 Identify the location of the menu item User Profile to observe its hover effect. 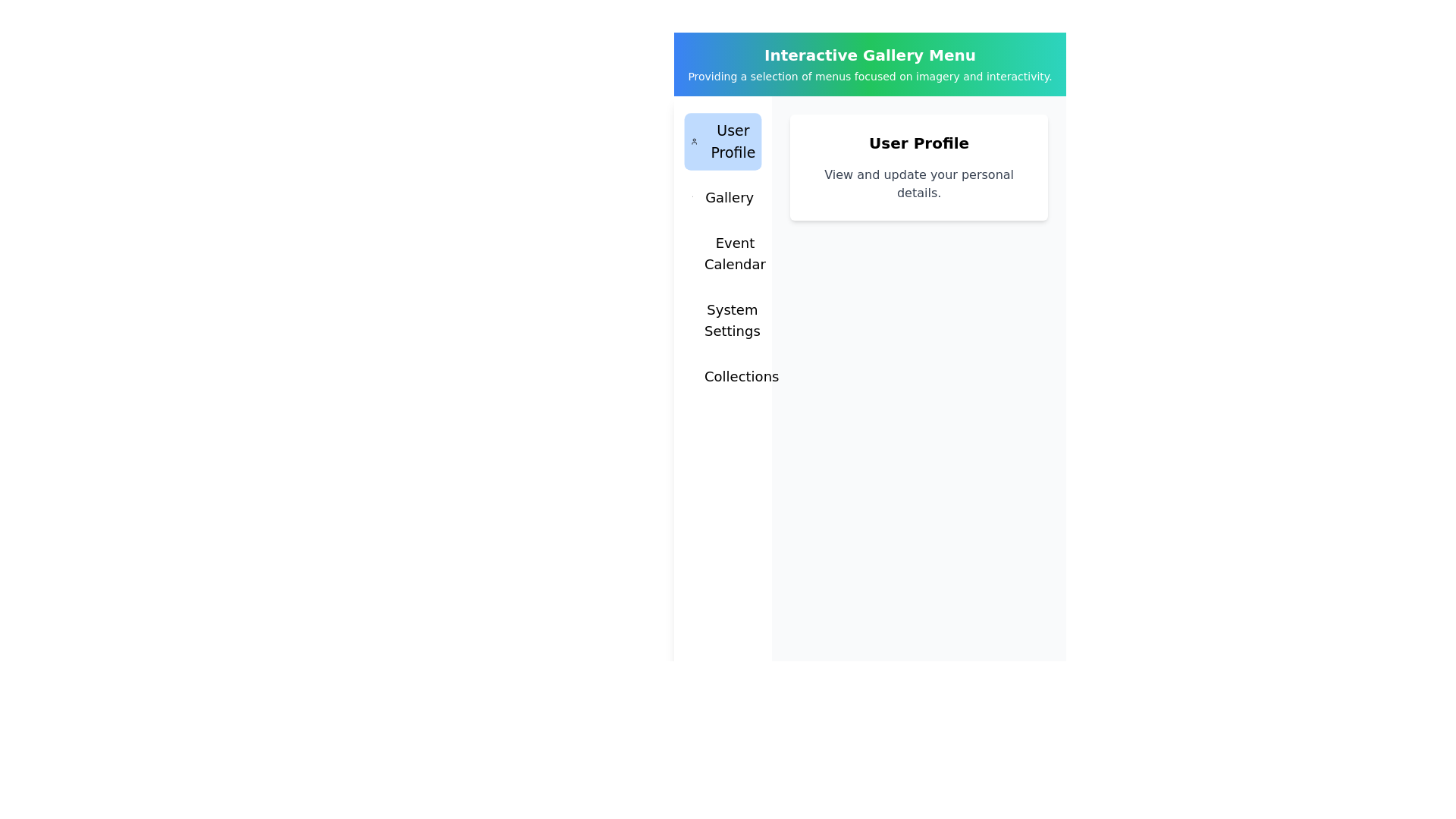
(722, 141).